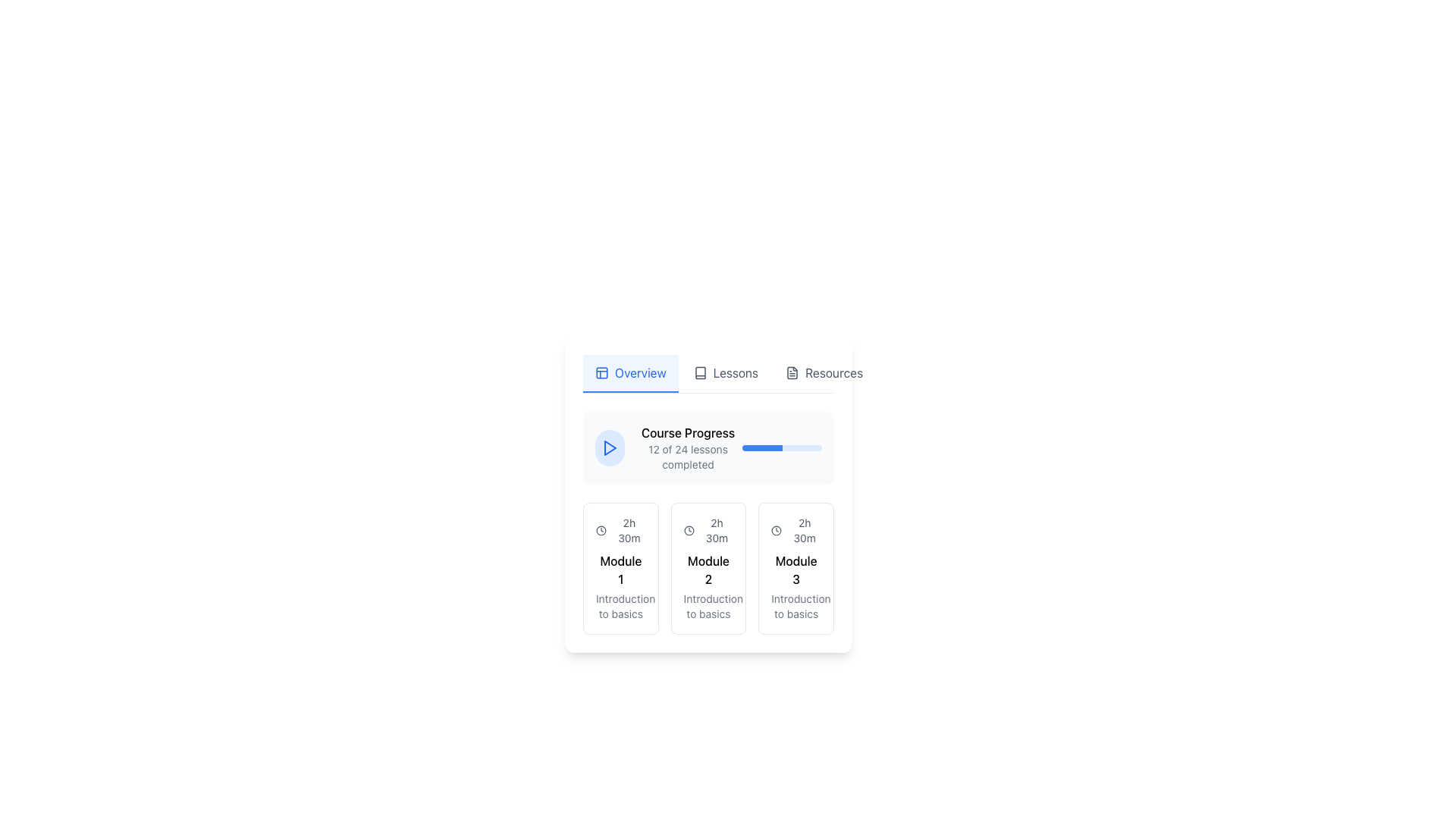  I want to click on the circular outline within the clock icon located in the upper segment of the card, which indicates '2h 30m', so click(777, 529).